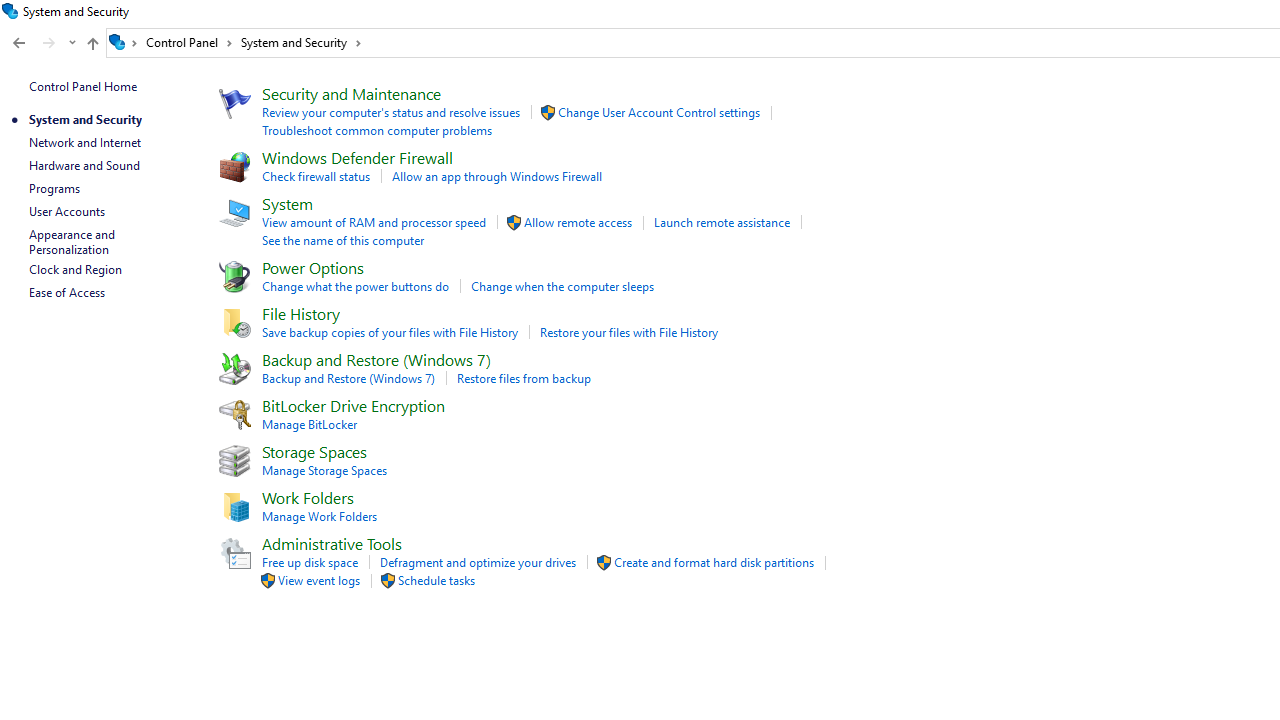  What do you see at coordinates (54, 188) in the screenshot?
I see `'Programs'` at bounding box center [54, 188].